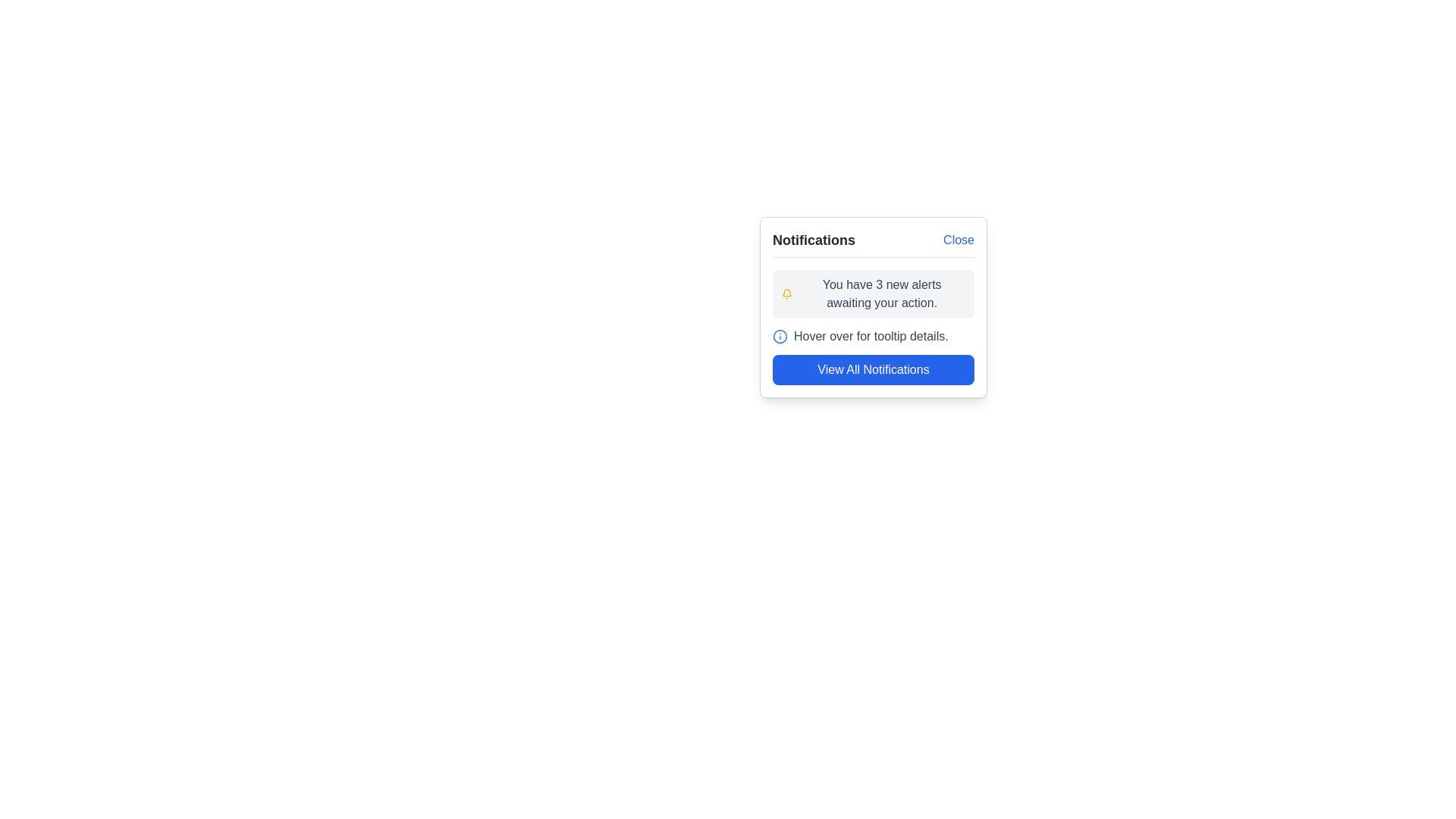 This screenshot has height=819, width=1456. Describe the element at coordinates (874, 335) in the screenshot. I see `the Text with Icon Tooltip Trigger to read the displayed information` at that location.